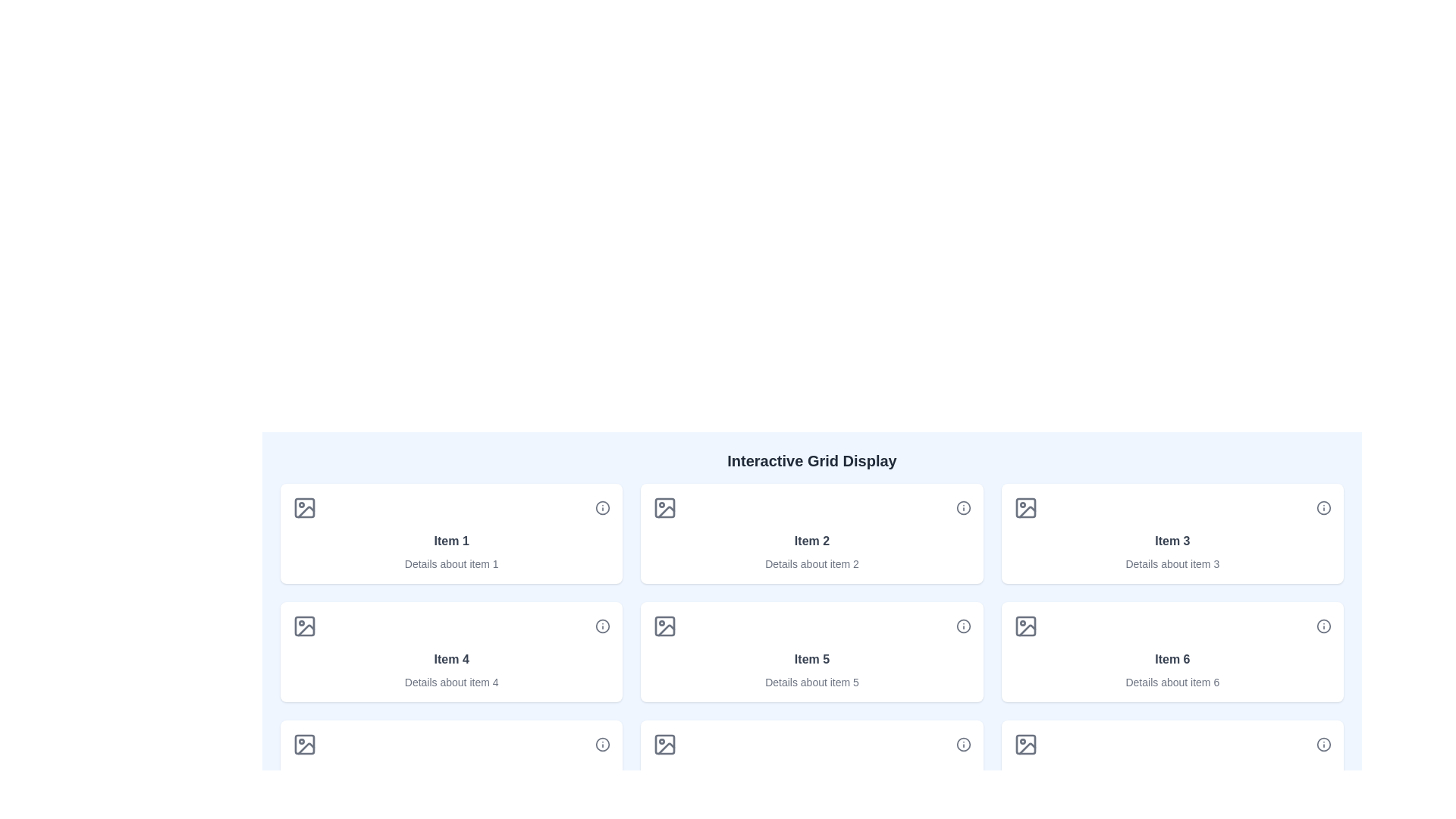  What do you see at coordinates (450, 540) in the screenshot?
I see `the Text label that serves as the title for the card, displaying 'Item 1' and 'Details about item 1', located in the first cell of the top row of the grid layout` at bounding box center [450, 540].